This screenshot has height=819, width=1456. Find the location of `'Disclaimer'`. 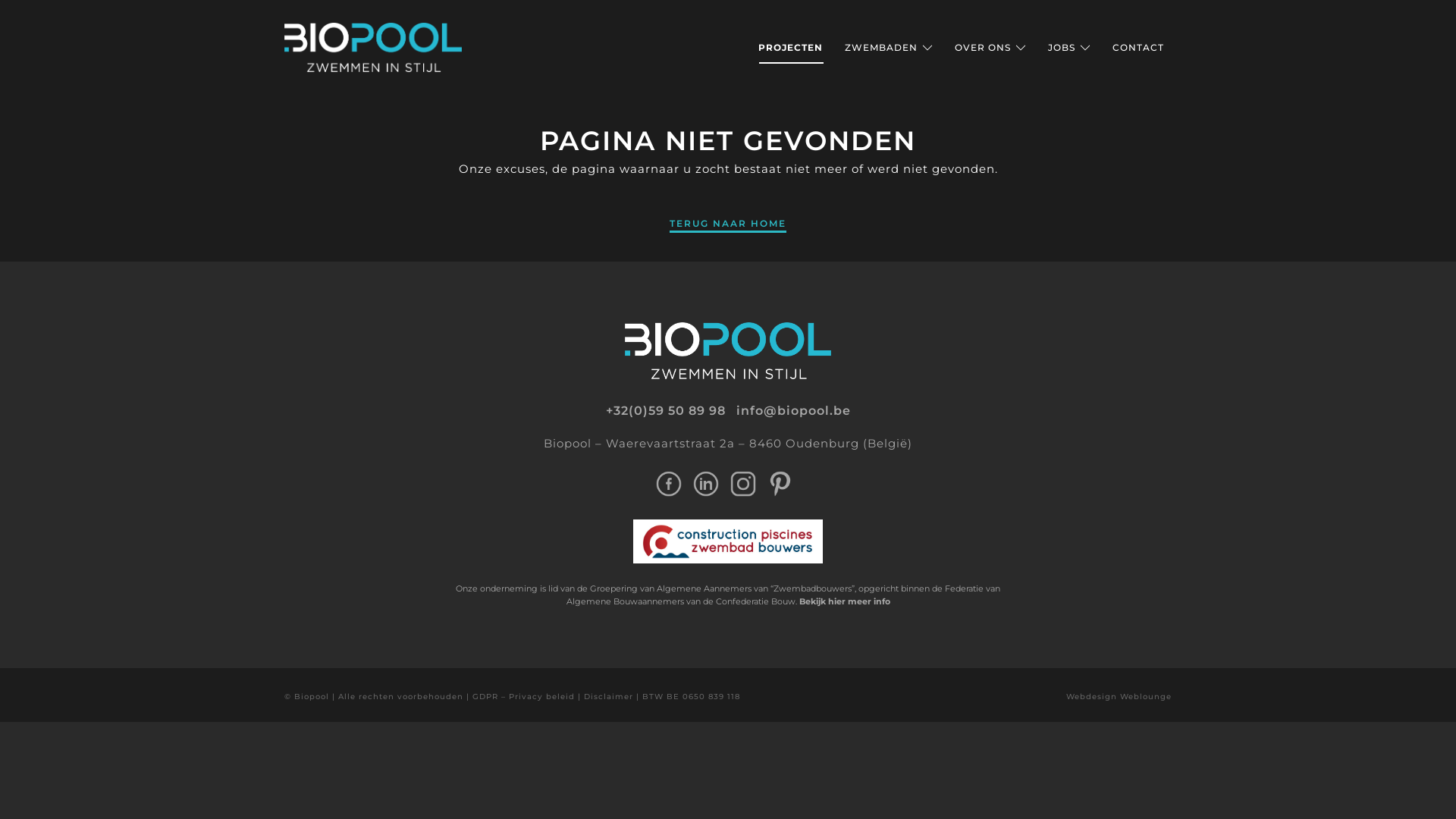

'Disclaimer' is located at coordinates (608, 696).